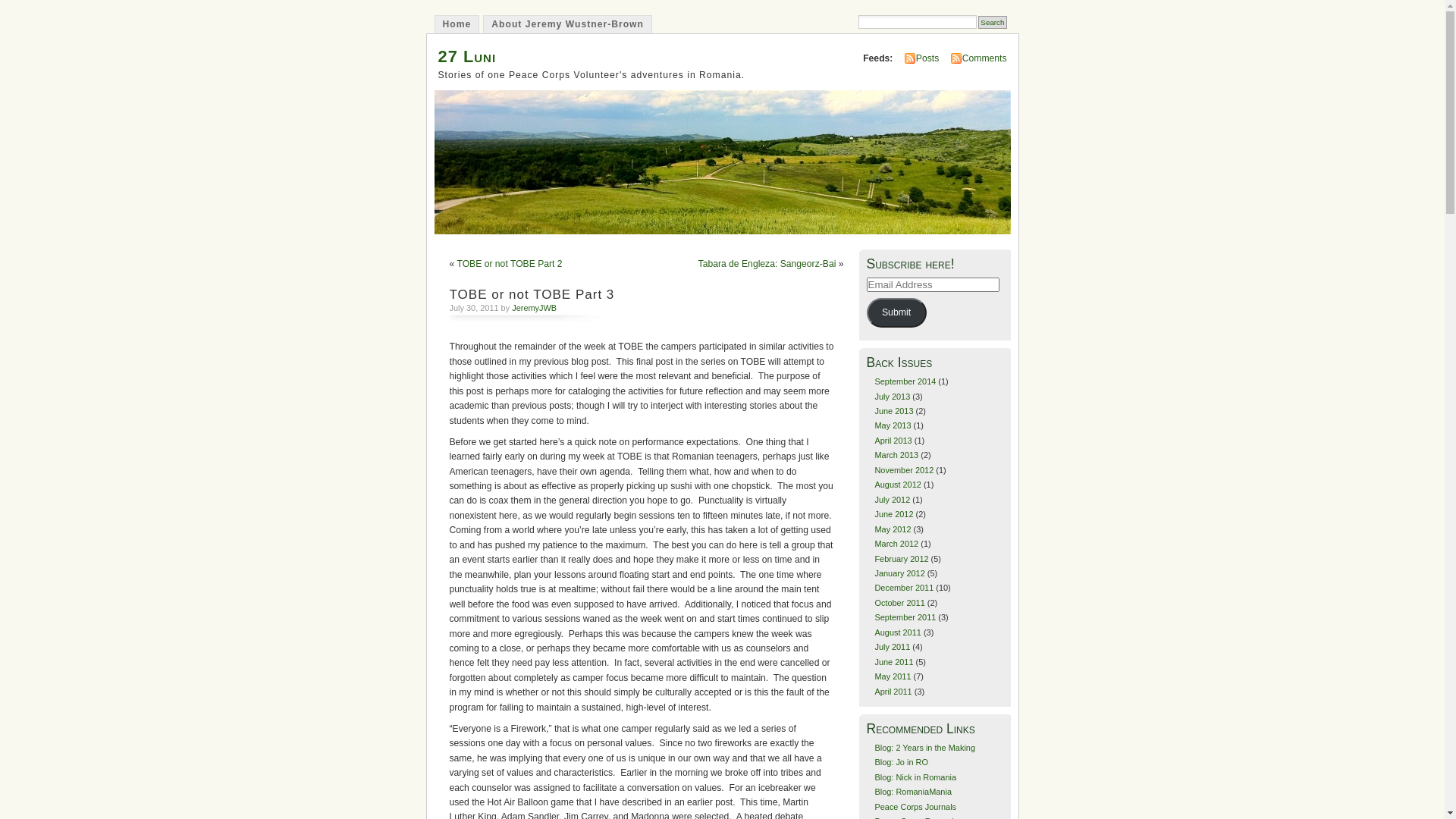 This screenshot has height=819, width=1456. What do you see at coordinates (927, 58) in the screenshot?
I see `'Posts'` at bounding box center [927, 58].